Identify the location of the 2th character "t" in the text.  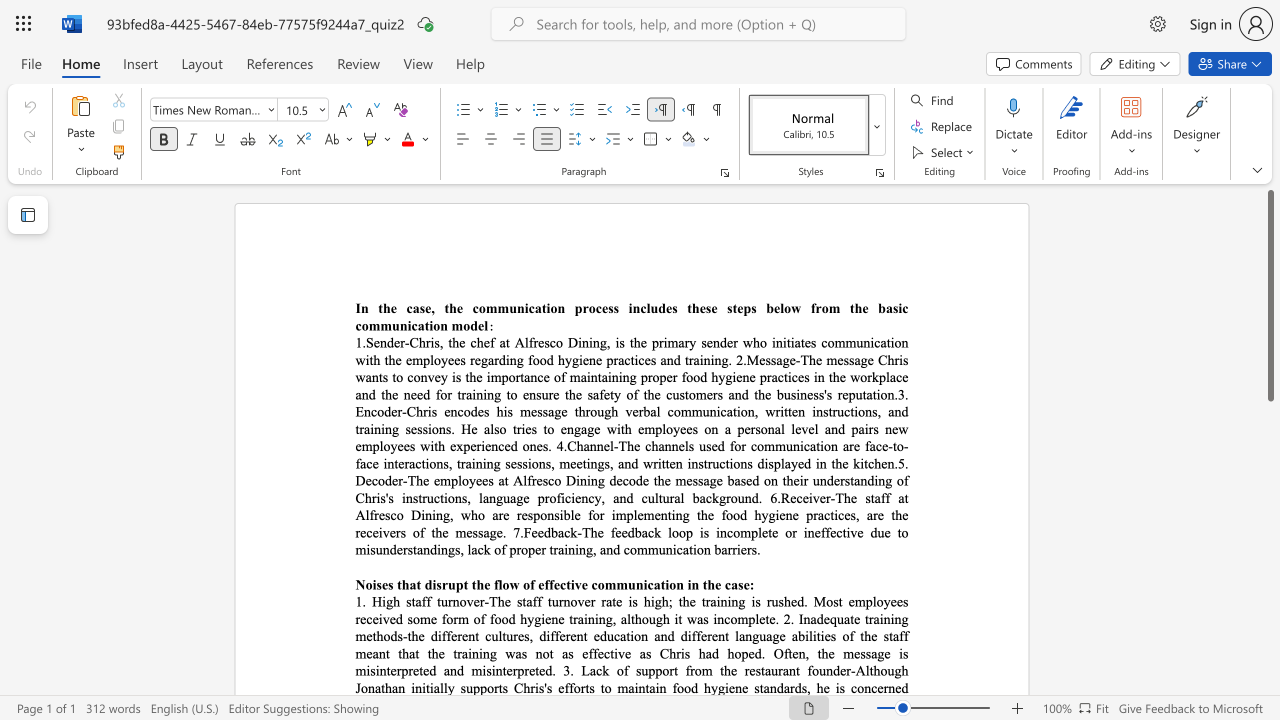
(504, 636).